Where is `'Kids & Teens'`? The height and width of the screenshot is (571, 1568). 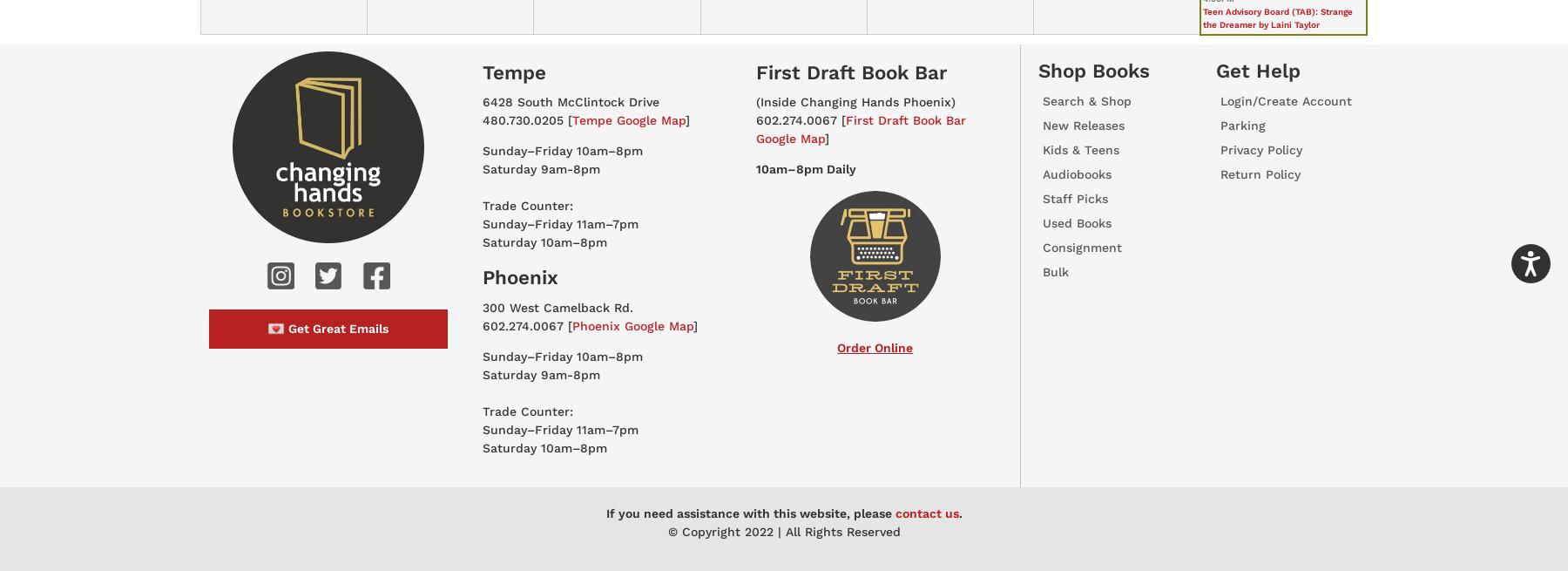
'Kids & Teens' is located at coordinates (1042, 149).